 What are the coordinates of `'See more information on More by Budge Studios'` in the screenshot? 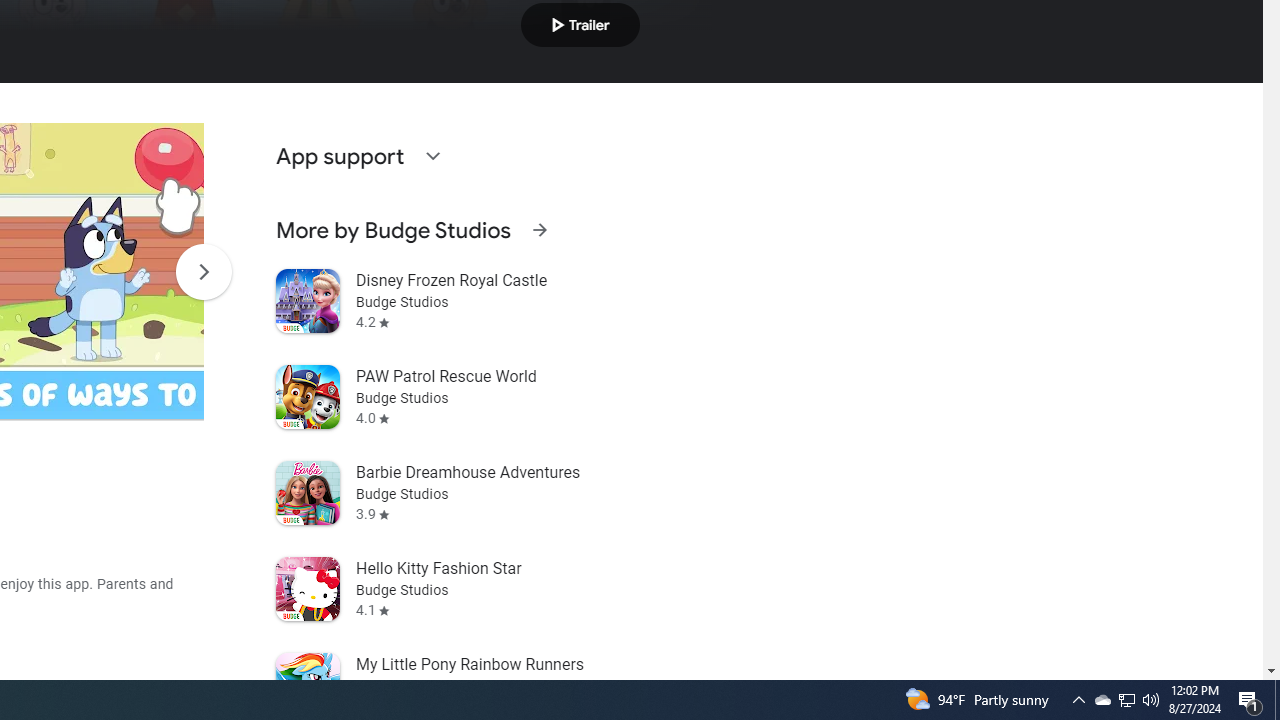 It's located at (539, 229).